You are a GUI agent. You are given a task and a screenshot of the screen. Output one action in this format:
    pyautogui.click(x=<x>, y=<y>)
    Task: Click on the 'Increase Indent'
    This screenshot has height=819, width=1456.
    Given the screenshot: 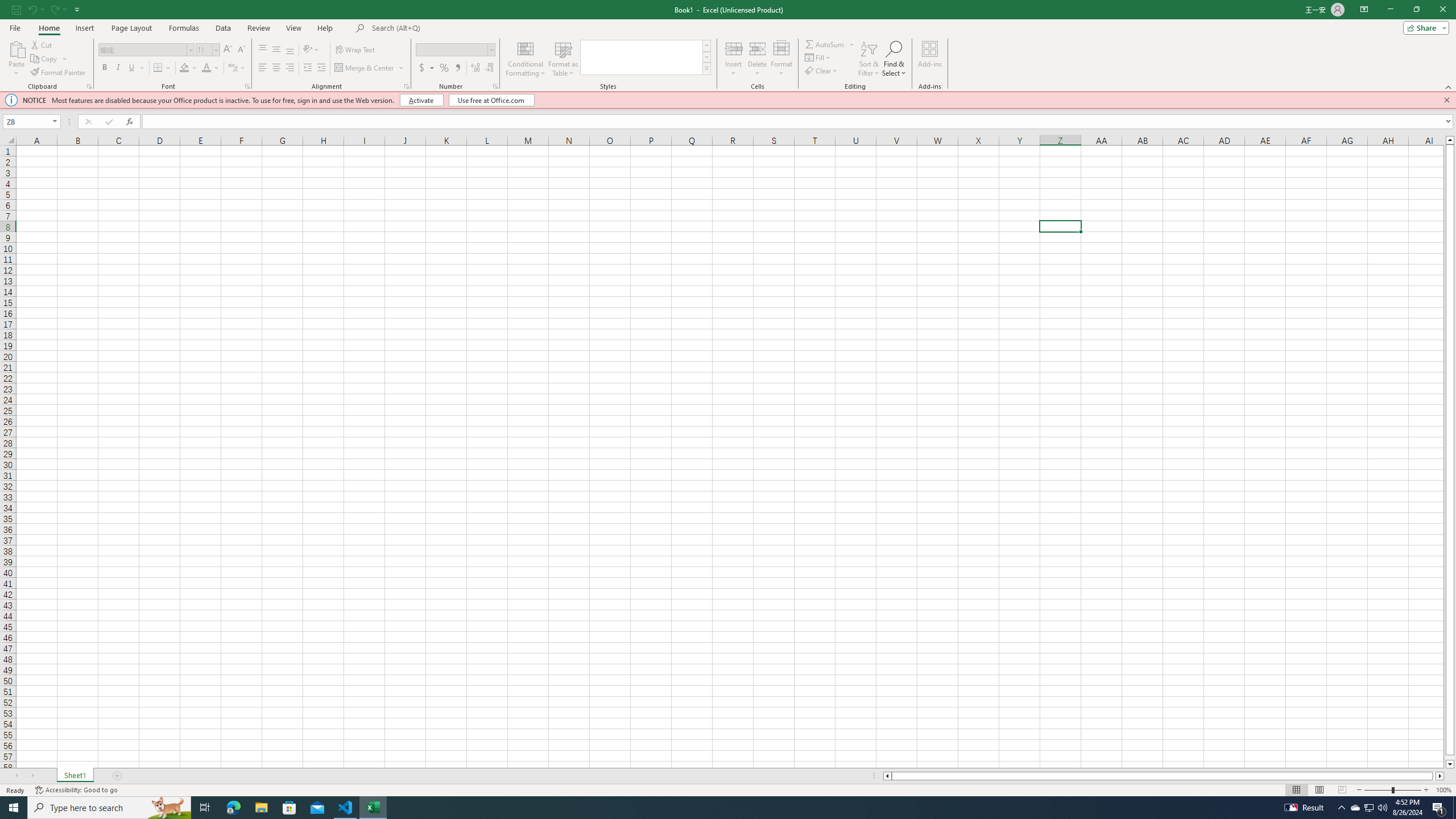 What is the action you would take?
    pyautogui.click(x=320, y=67)
    